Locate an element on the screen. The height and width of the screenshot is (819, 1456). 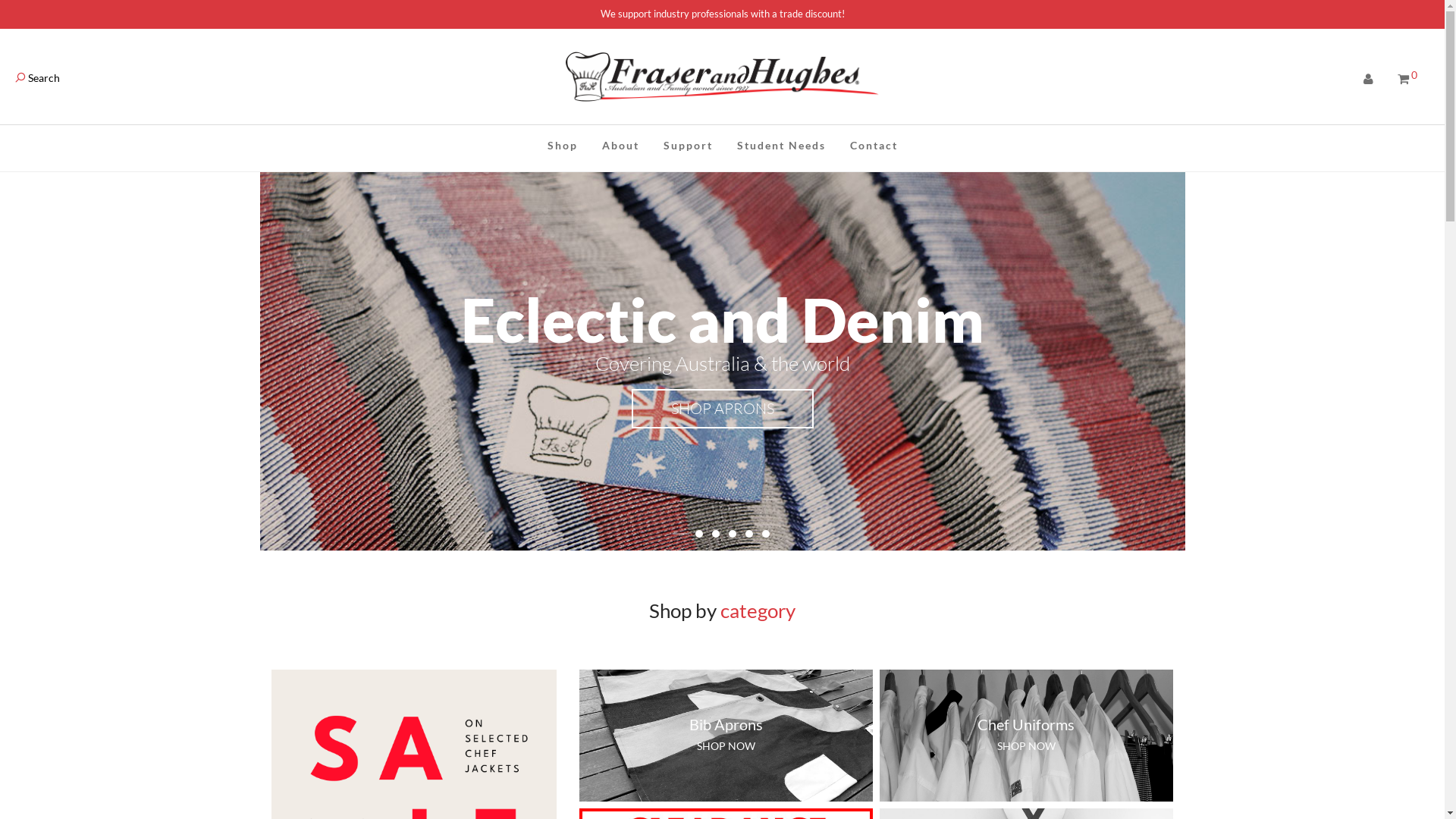
'Support' is located at coordinates (686, 145).